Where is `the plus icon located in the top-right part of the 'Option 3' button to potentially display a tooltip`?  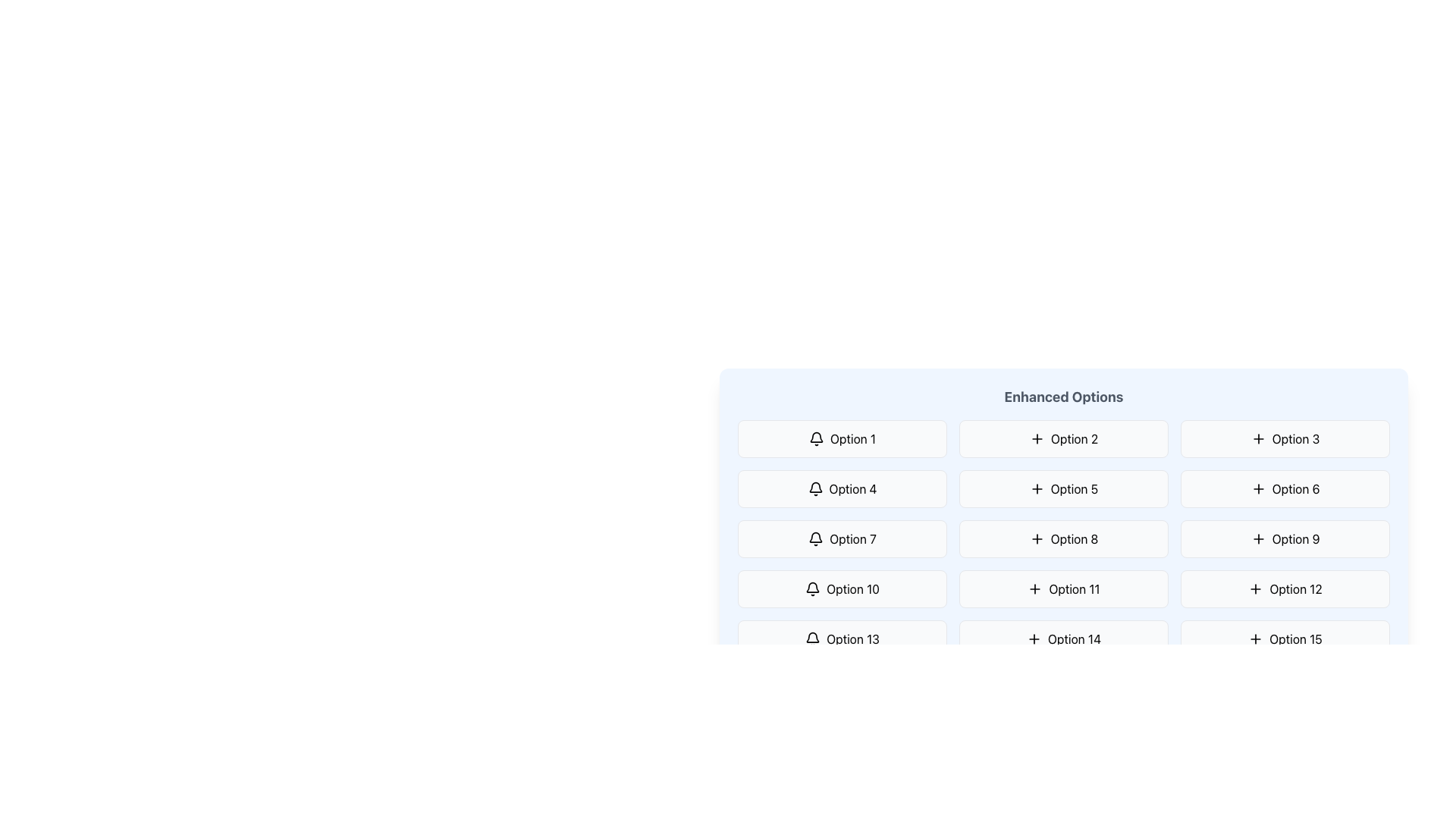
the plus icon located in the top-right part of the 'Option 3' button to potentially display a tooltip is located at coordinates (1258, 438).